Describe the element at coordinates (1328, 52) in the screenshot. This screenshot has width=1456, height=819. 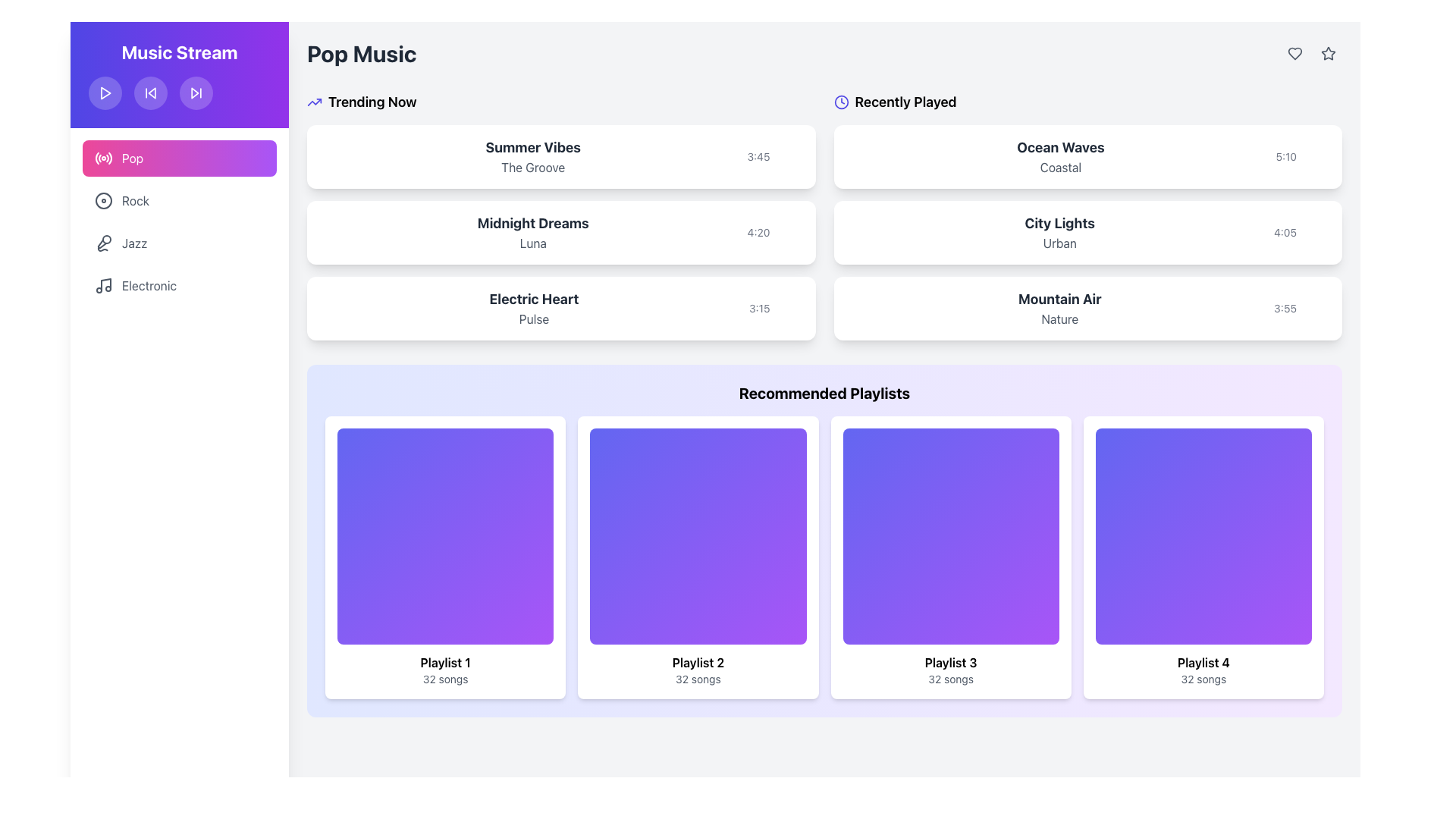
I see `the star-shaped icon located in the top-right corner of the interface` at that location.